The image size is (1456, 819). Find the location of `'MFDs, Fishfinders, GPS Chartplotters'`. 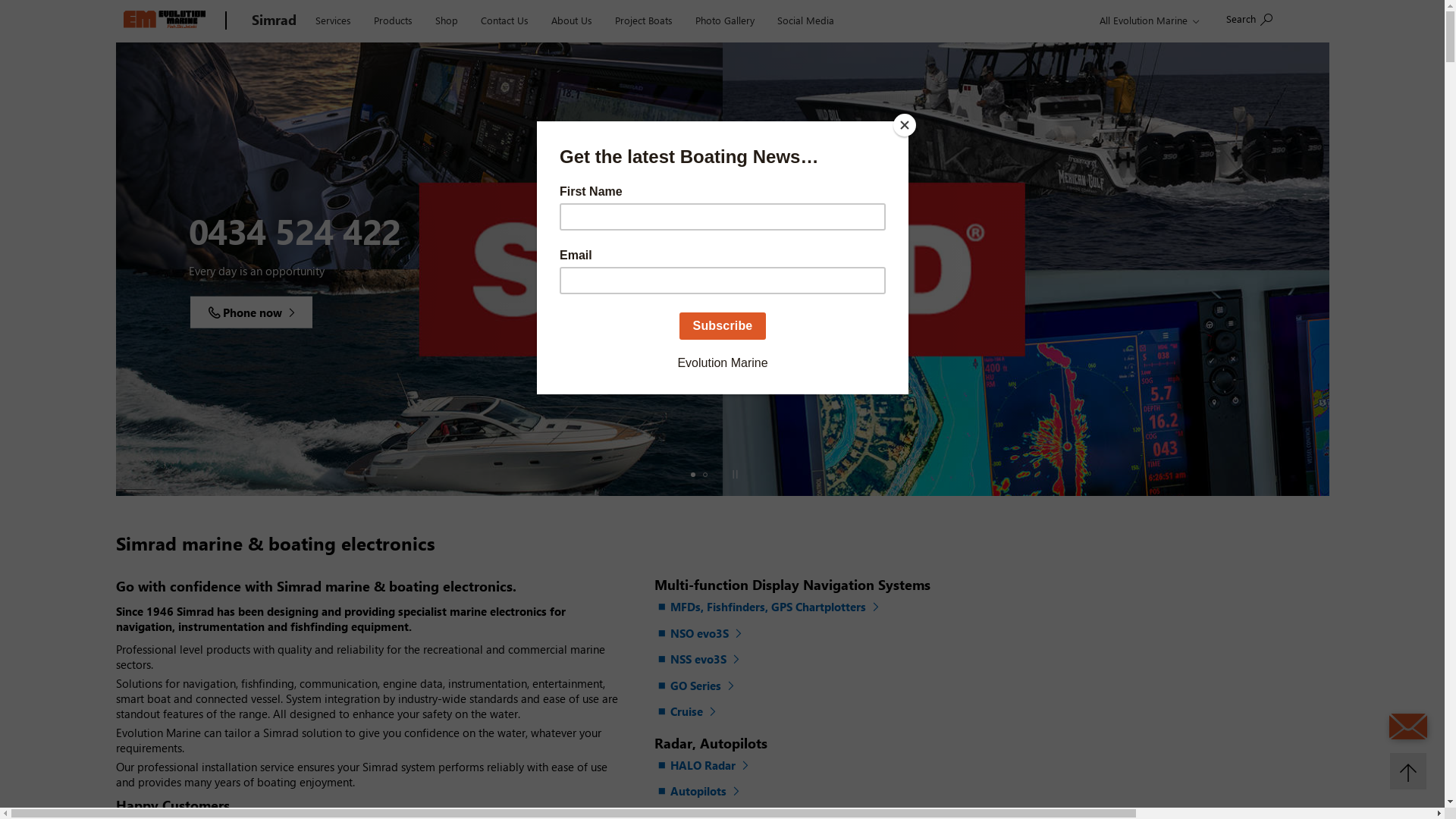

'MFDs, Fishfinders, GPS Chartplotters' is located at coordinates (654, 607).